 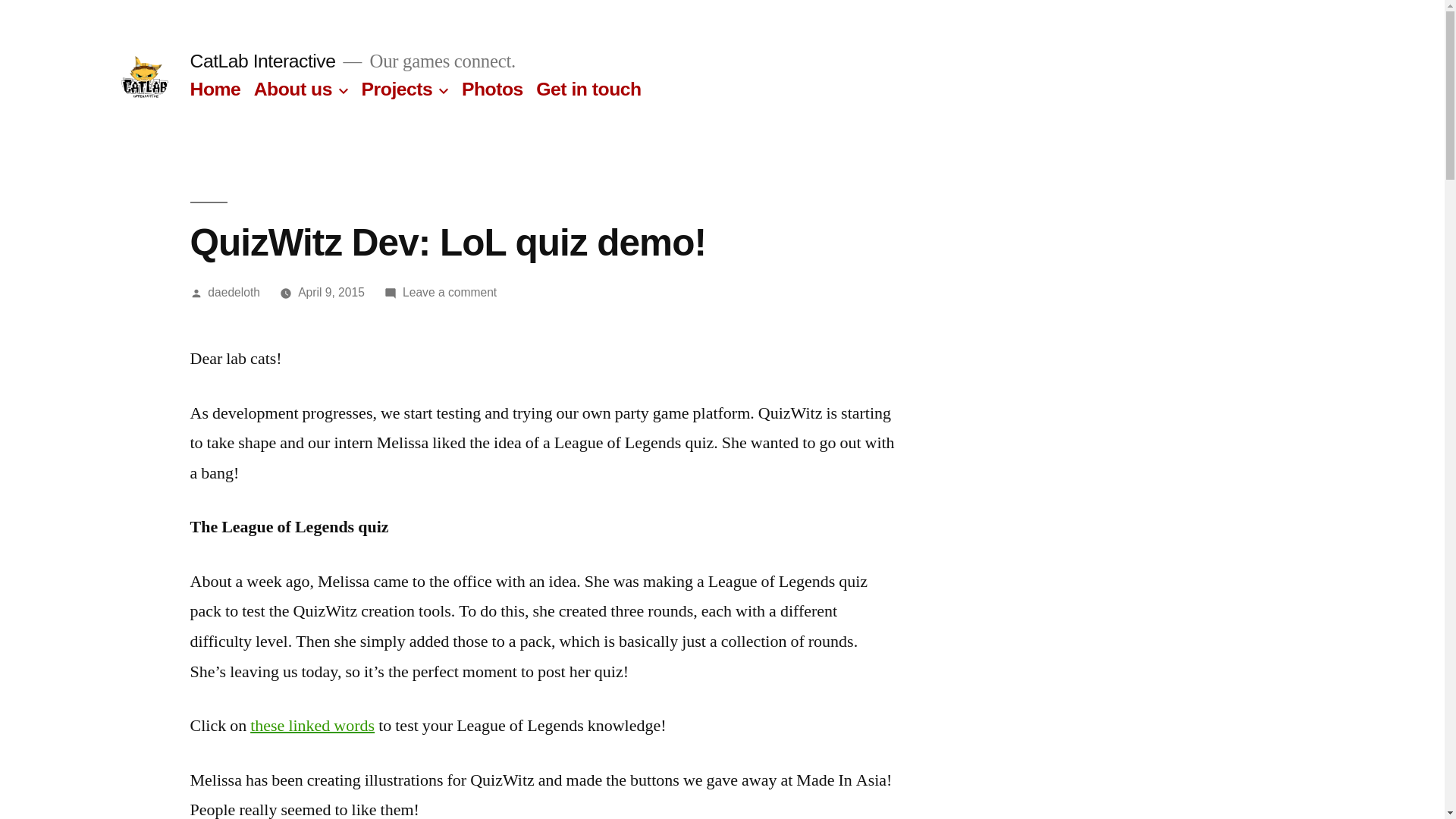 I want to click on 'daedeloth', so click(x=233, y=292).